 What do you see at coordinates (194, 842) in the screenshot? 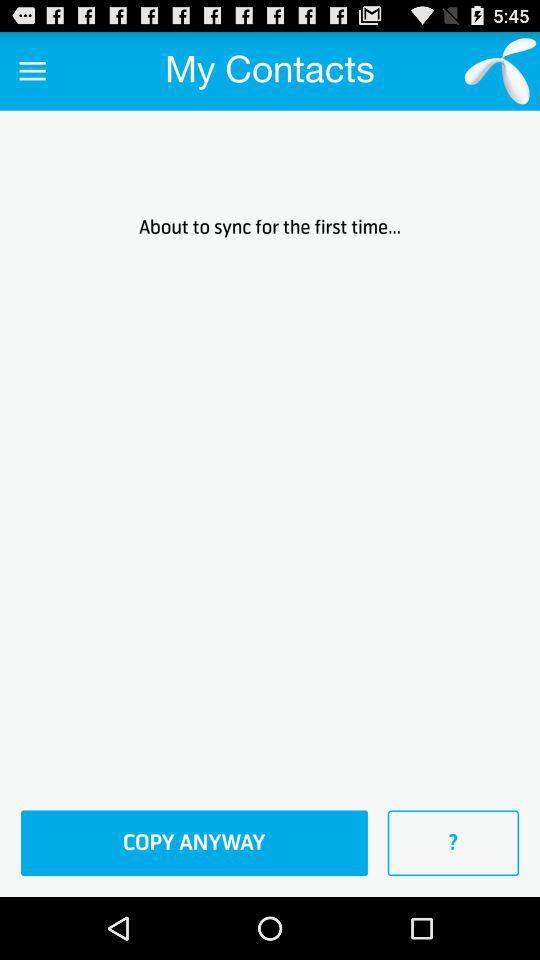
I see `the copy anyway at the bottom` at bounding box center [194, 842].